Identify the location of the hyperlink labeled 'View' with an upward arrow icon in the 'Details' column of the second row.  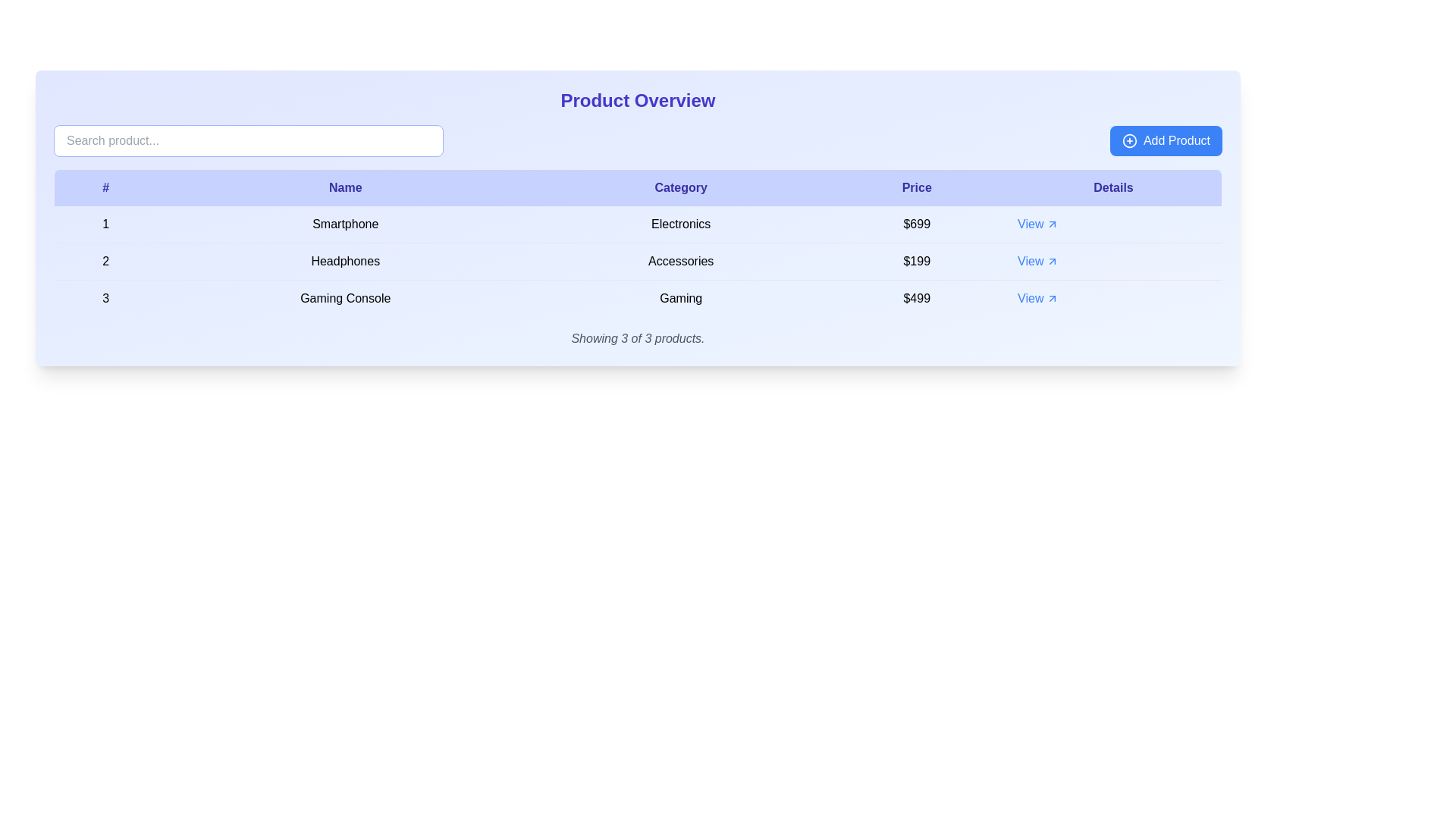
(1037, 260).